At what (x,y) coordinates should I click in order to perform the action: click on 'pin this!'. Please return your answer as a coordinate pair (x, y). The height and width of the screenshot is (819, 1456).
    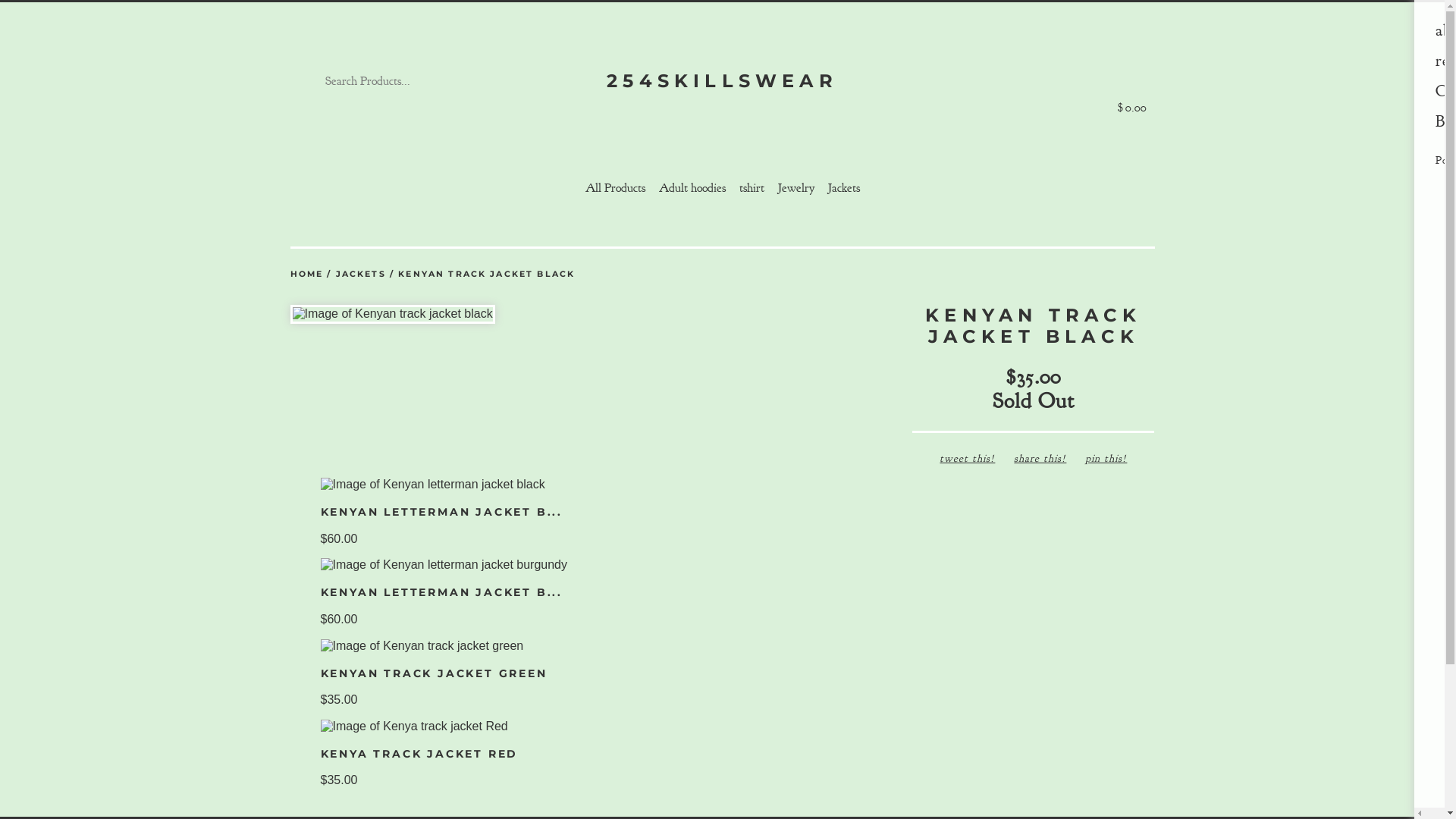
    Looking at the image, I should click on (1106, 457).